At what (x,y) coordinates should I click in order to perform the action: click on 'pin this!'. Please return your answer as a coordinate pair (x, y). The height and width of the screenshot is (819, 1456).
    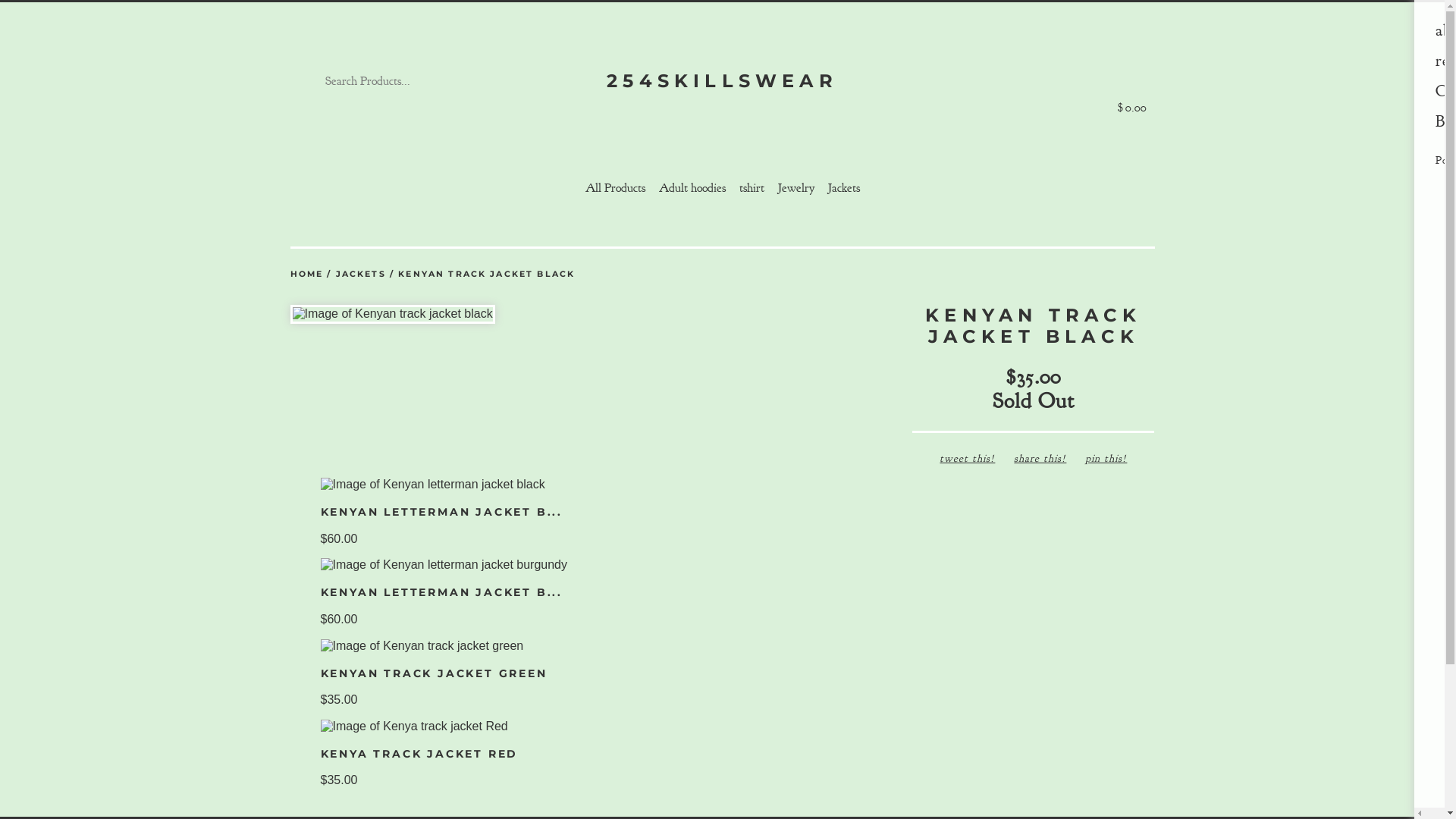
    Looking at the image, I should click on (1106, 457).